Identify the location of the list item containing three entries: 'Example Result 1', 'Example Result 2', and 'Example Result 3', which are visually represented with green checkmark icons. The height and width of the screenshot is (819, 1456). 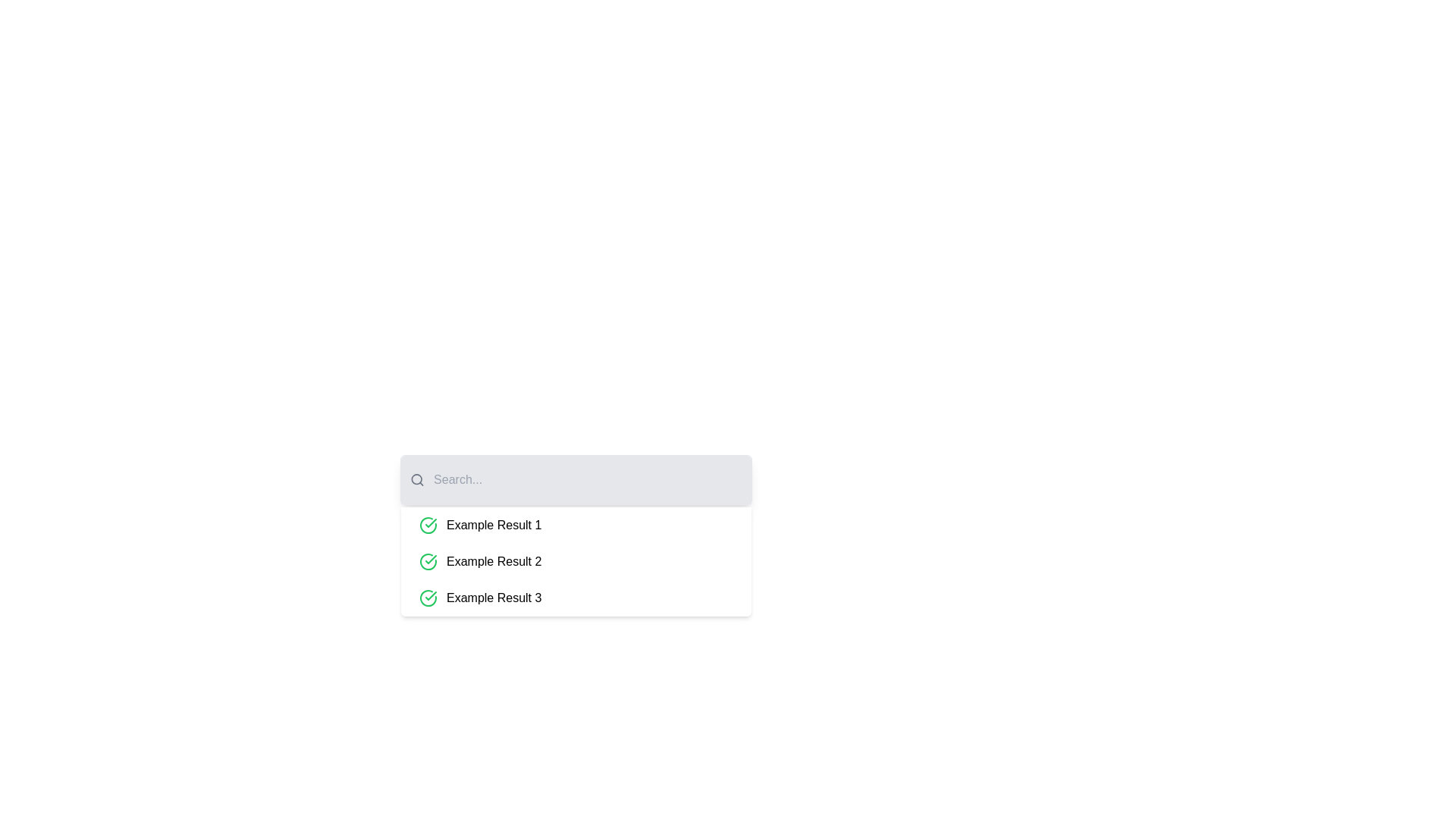
(575, 561).